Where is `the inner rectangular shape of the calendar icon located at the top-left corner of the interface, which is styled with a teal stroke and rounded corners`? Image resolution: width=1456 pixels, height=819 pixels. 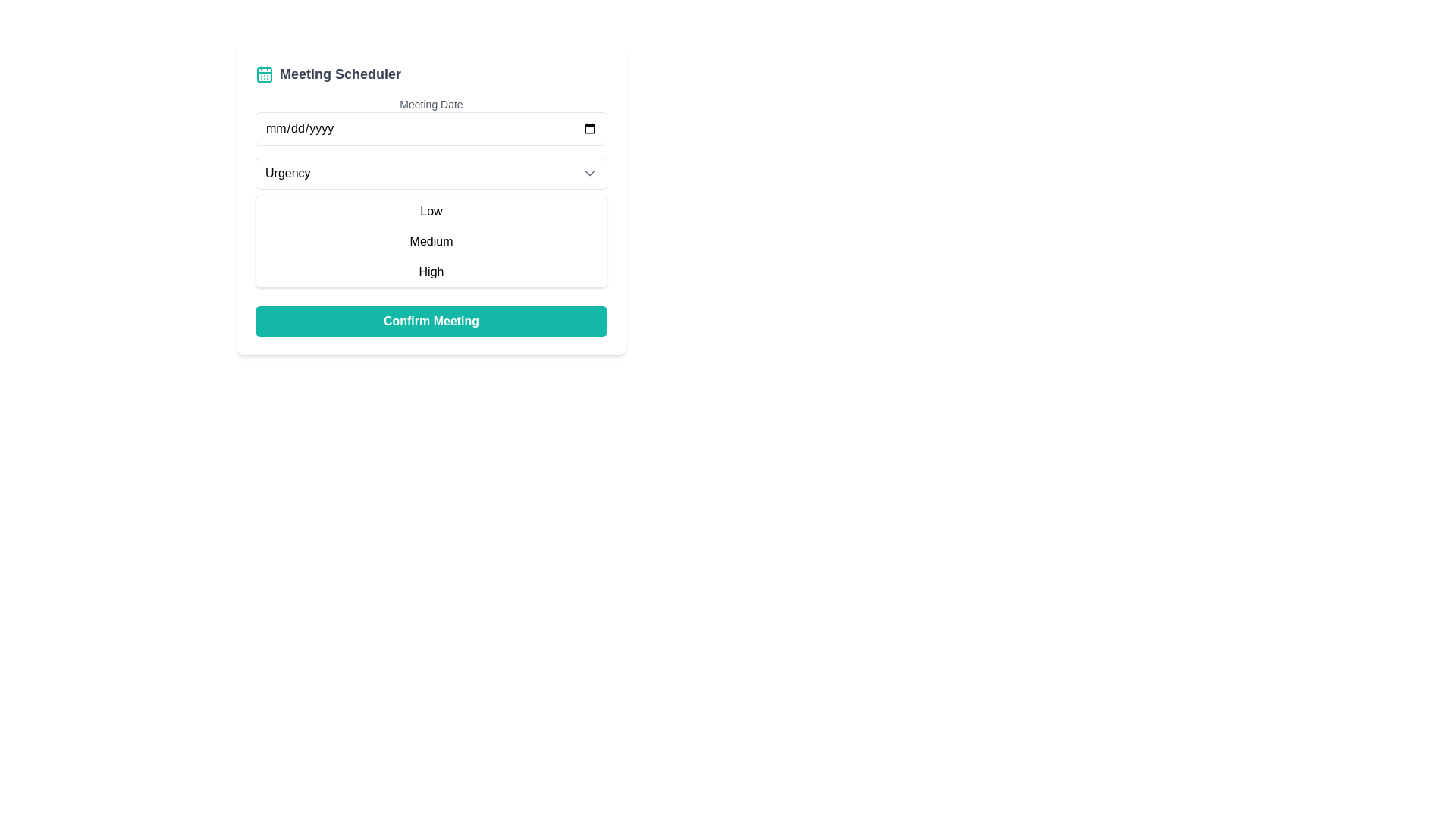
the inner rectangular shape of the calendar icon located at the top-left corner of the interface, which is styled with a teal stroke and rounded corners is located at coordinates (265, 75).